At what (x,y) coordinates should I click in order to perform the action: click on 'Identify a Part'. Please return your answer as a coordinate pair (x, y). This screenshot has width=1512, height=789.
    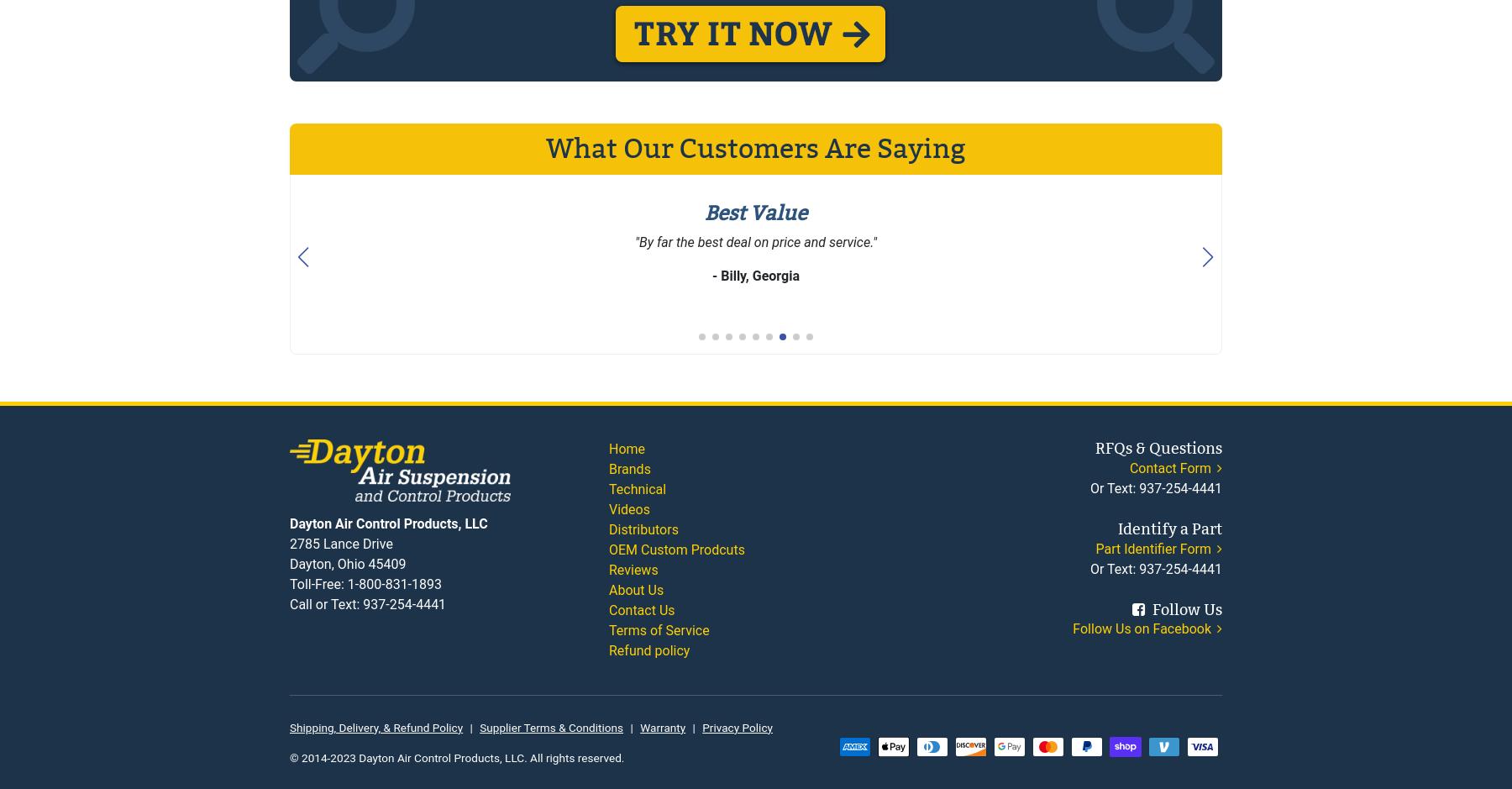
    Looking at the image, I should click on (1117, 527).